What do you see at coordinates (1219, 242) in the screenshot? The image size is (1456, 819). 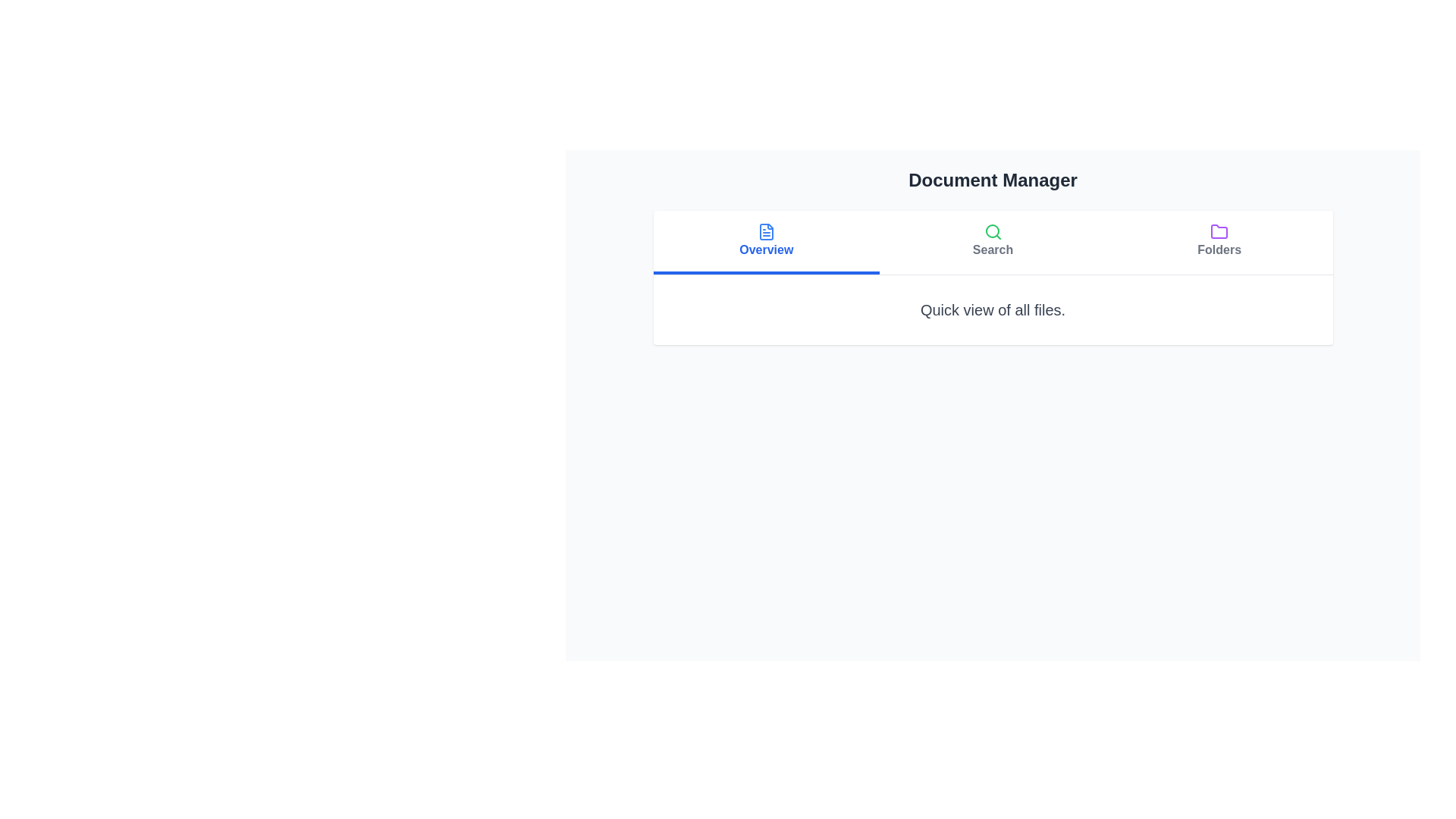 I see `the 'Folders' navigation tab located on the far right of the navigation bar` at bounding box center [1219, 242].